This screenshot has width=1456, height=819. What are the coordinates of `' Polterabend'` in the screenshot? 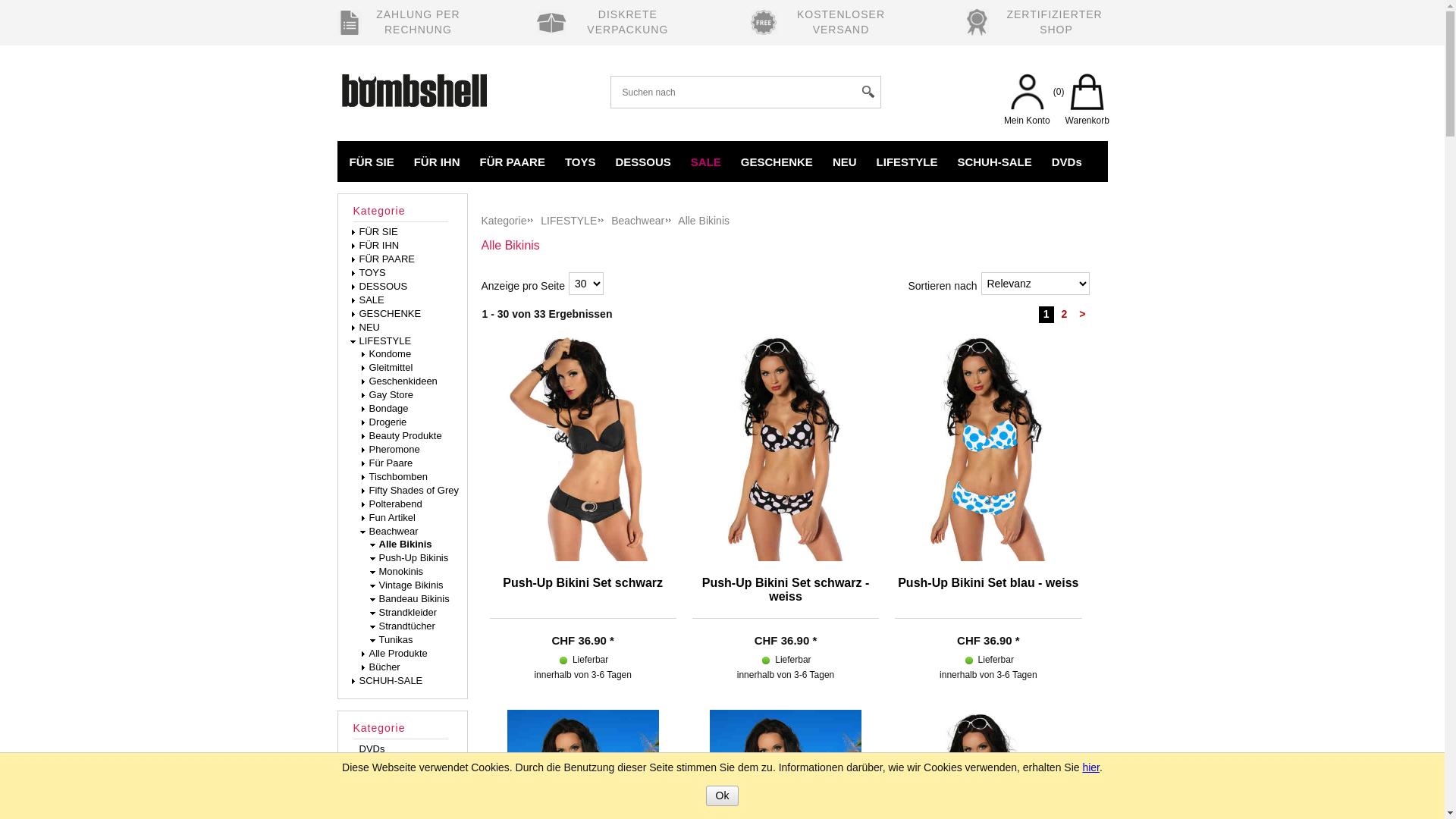 It's located at (396, 504).